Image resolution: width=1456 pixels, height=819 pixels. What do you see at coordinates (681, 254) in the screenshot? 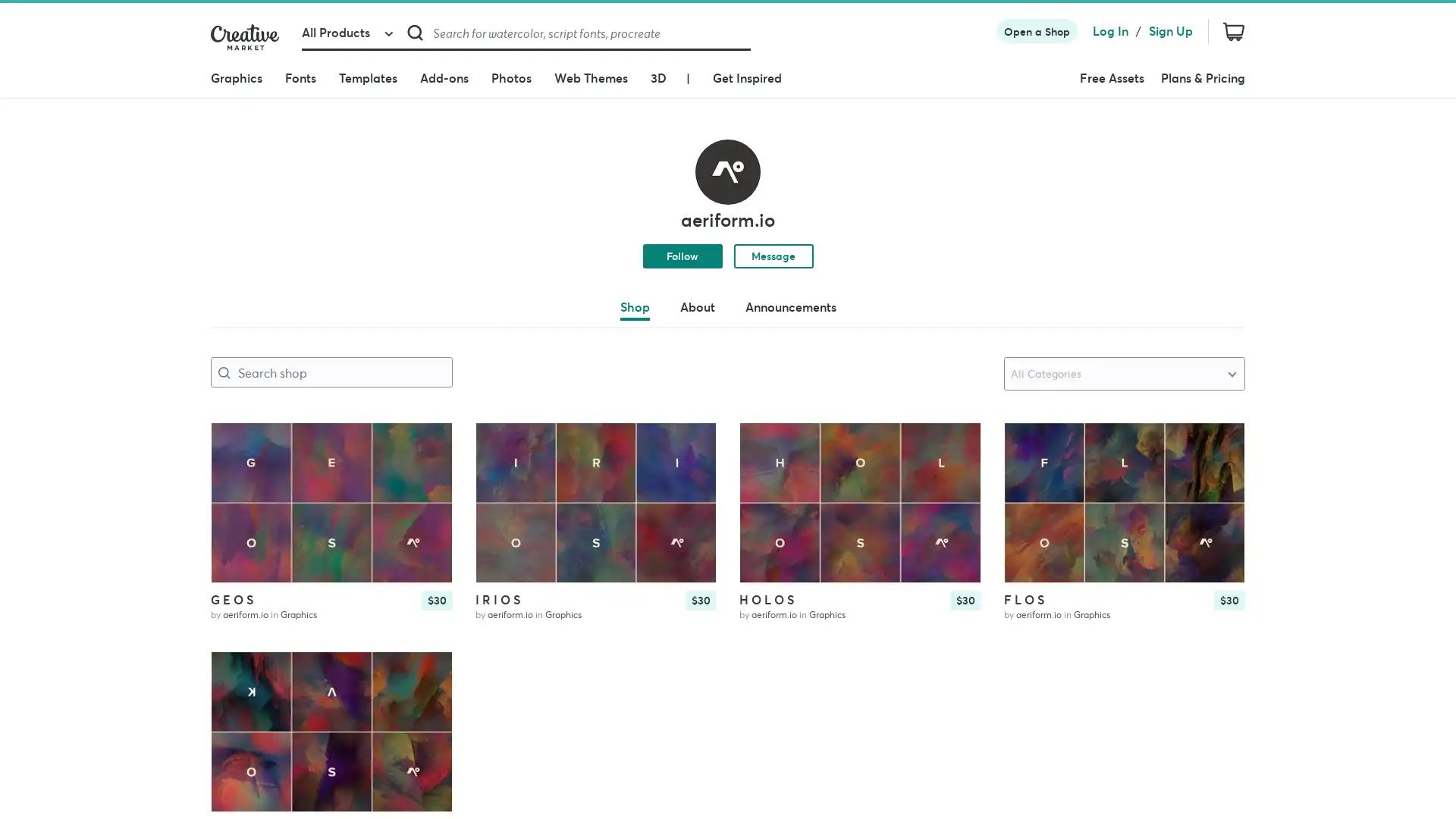
I see `Follow` at bounding box center [681, 254].